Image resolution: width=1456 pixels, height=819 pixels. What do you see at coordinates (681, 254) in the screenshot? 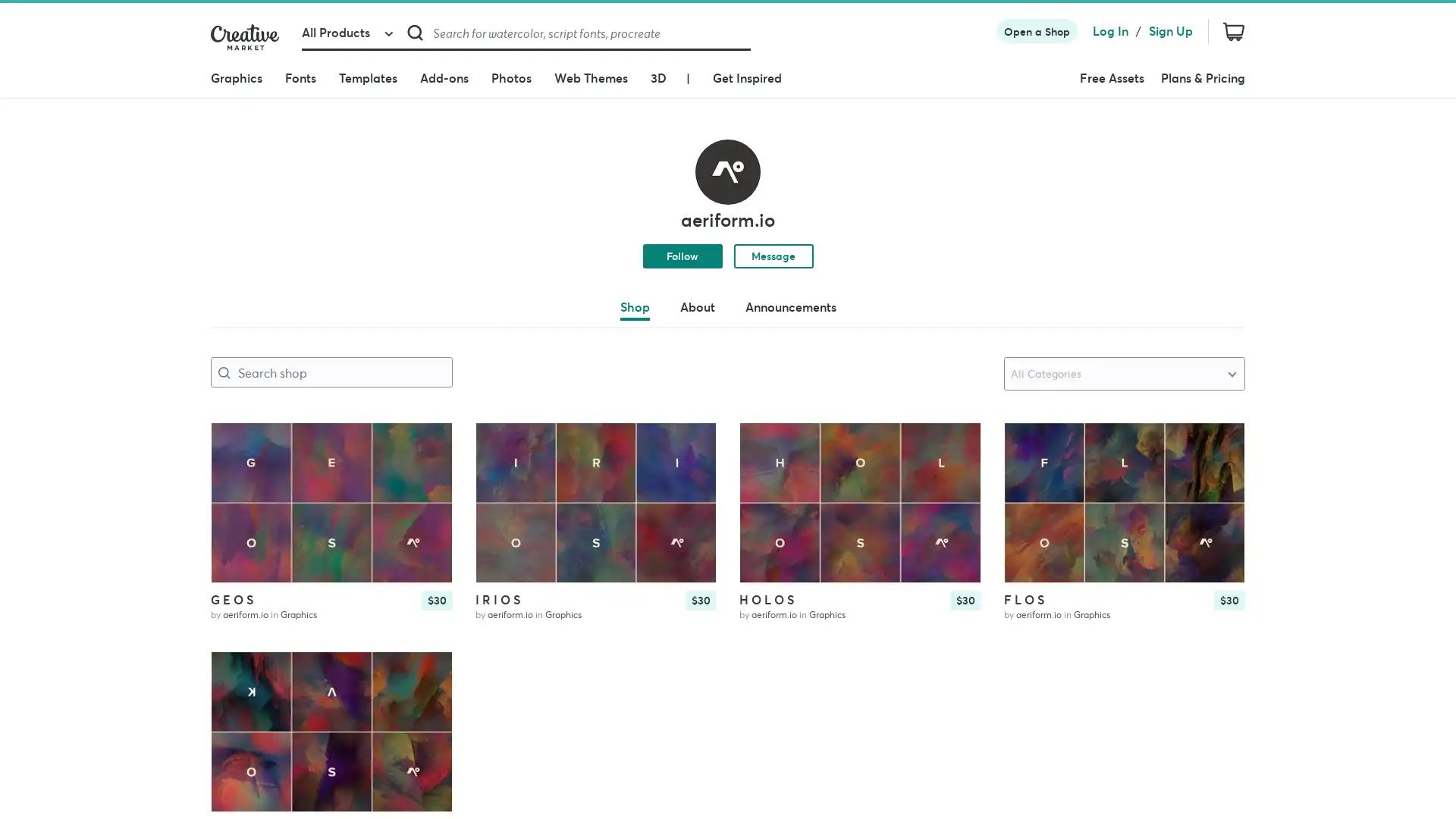
I see `Follow` at bounding box center [681, 254].